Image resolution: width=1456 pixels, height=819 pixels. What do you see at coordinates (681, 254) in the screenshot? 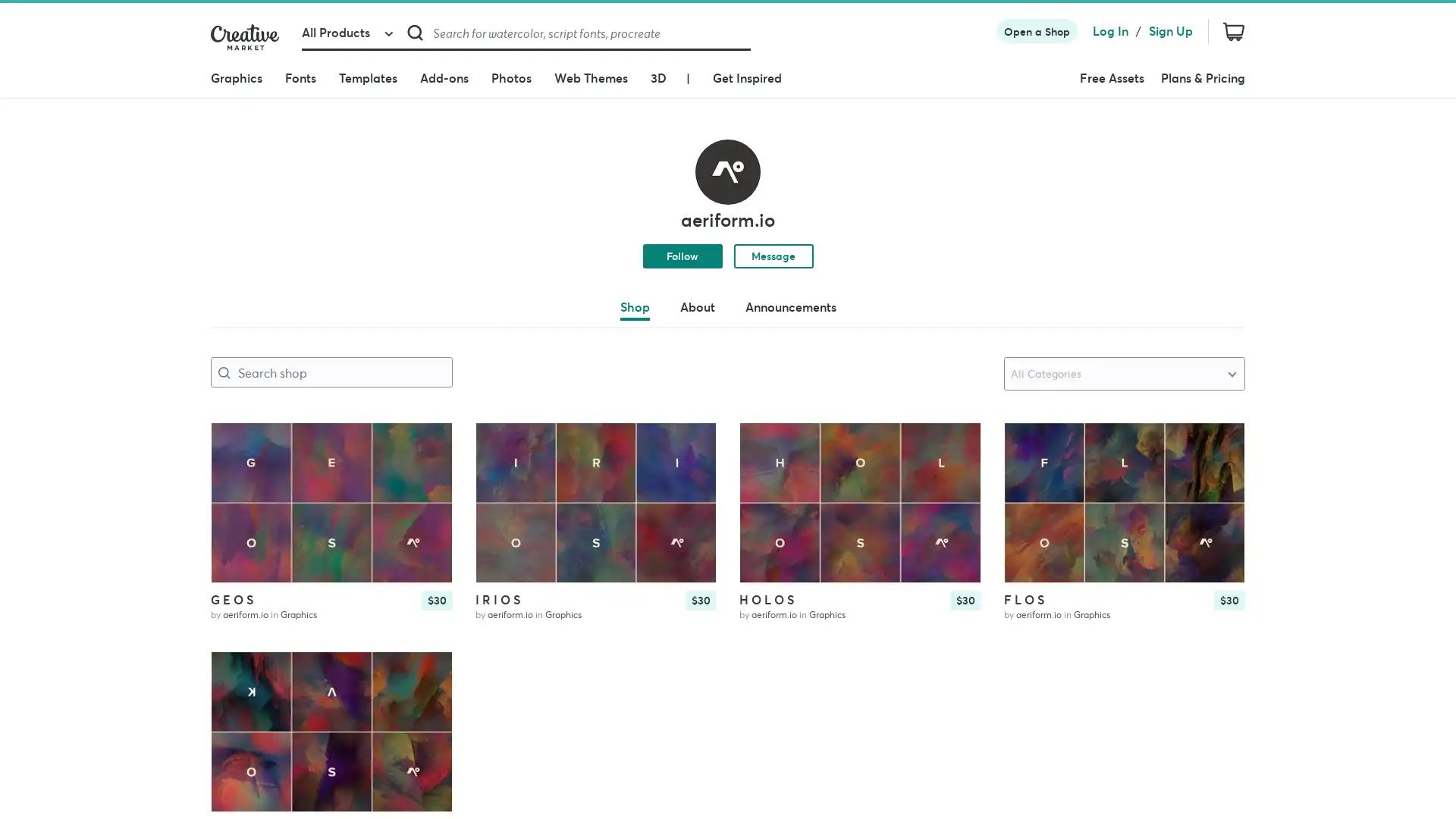
I see `Follow` at bounding box center [681, 254].